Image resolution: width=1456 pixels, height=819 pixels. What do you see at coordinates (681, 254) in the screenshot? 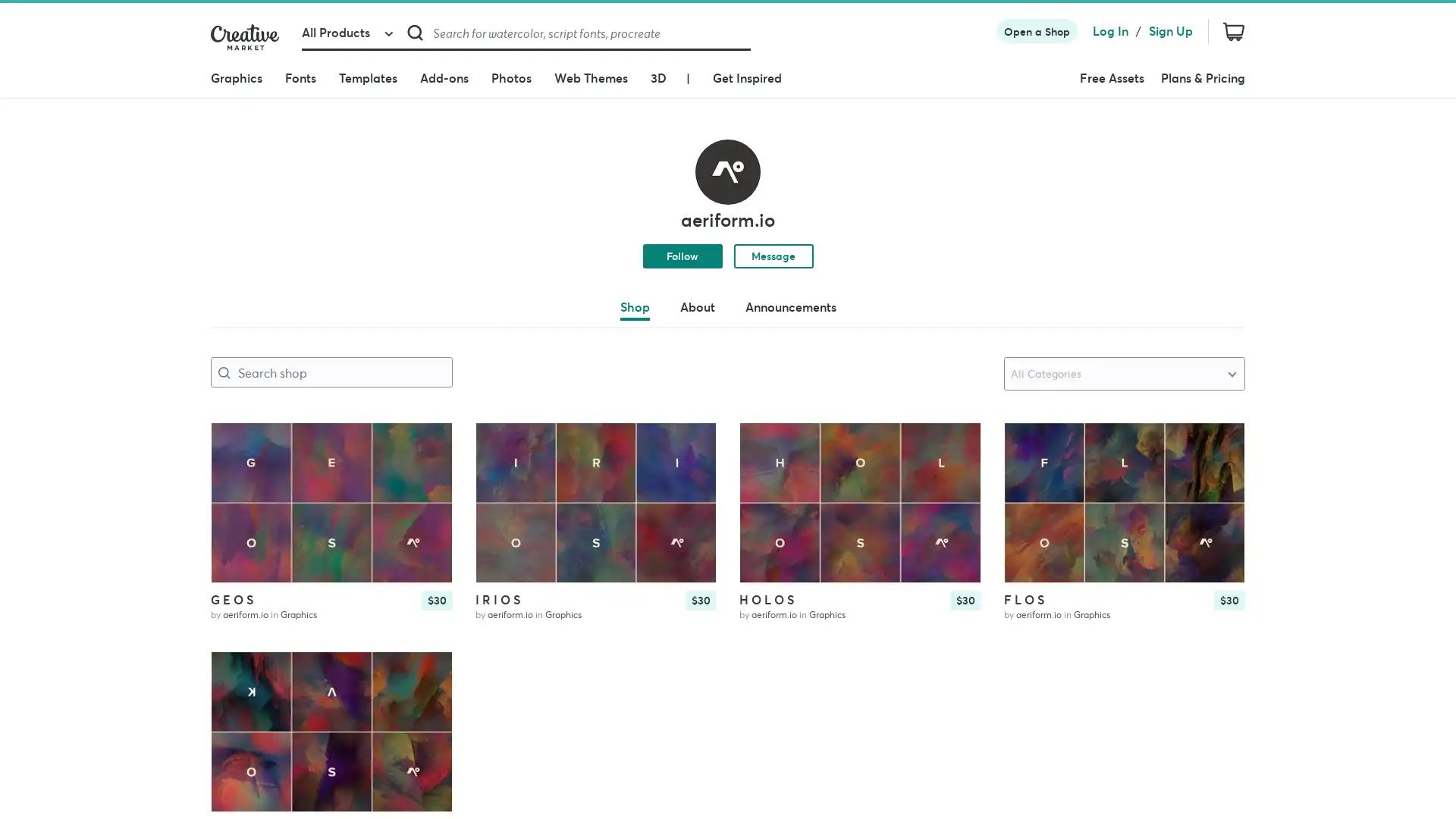
I see `Follow` at bounding box center [681, 254].